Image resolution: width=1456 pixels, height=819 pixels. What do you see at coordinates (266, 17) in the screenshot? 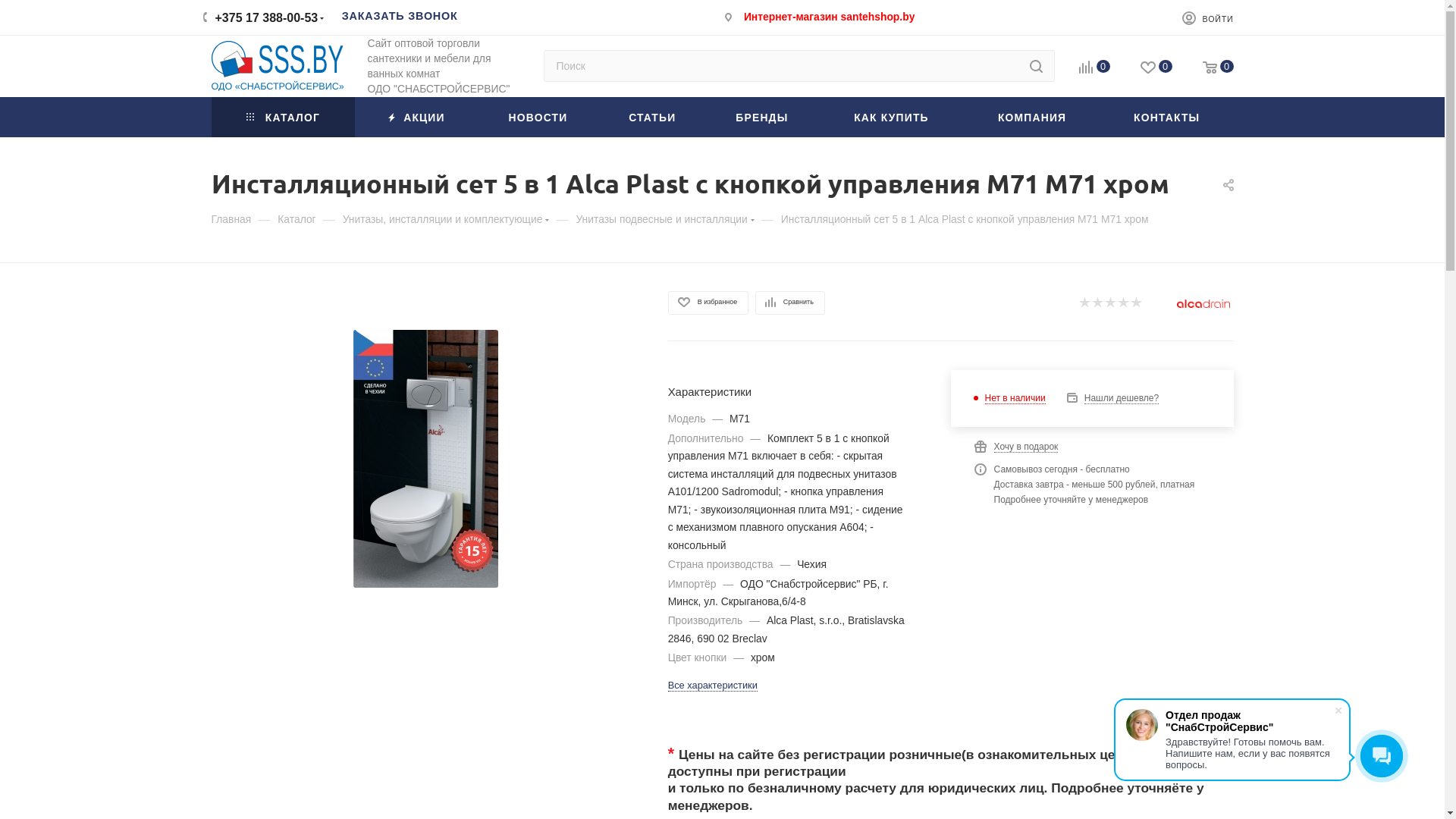
I see `'+375 17 388-00-53'` at bounding box center [266, 17].